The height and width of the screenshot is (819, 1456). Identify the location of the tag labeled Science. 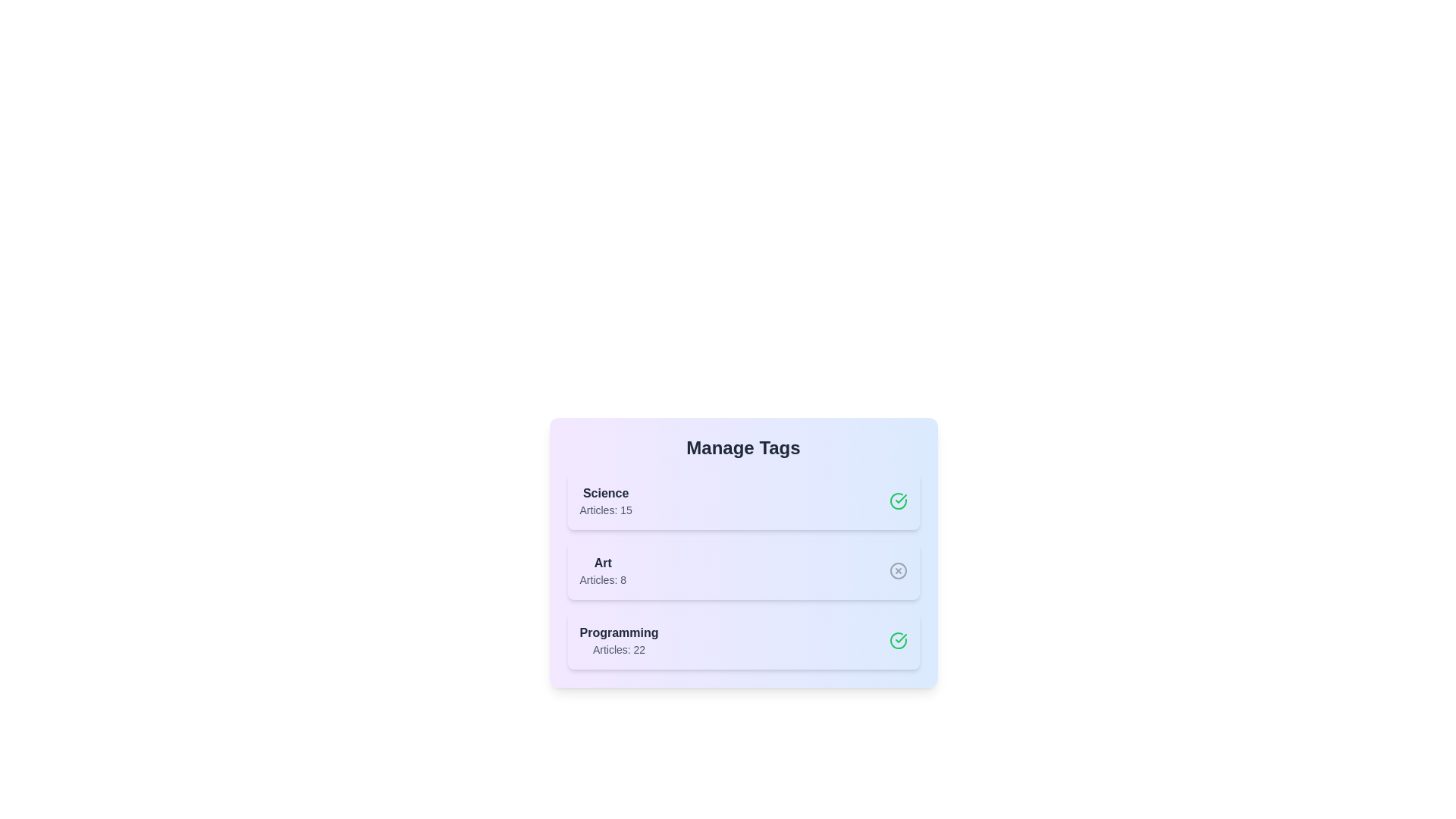
(743, 500).